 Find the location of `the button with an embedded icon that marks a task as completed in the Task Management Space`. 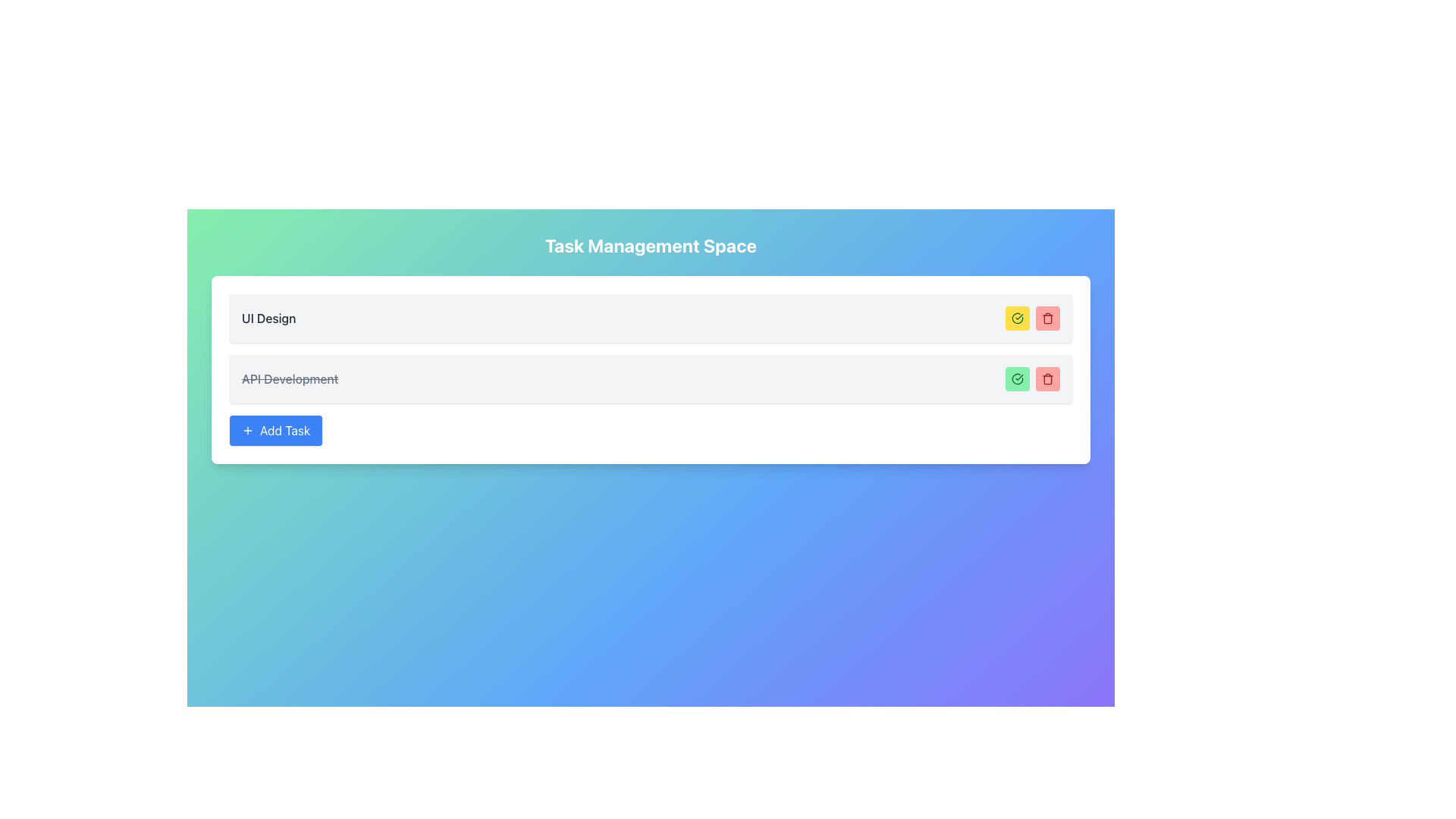

the button with an embedded icon that marks a task as completed in the Task Management Space is located at coordinates (1018, 378).